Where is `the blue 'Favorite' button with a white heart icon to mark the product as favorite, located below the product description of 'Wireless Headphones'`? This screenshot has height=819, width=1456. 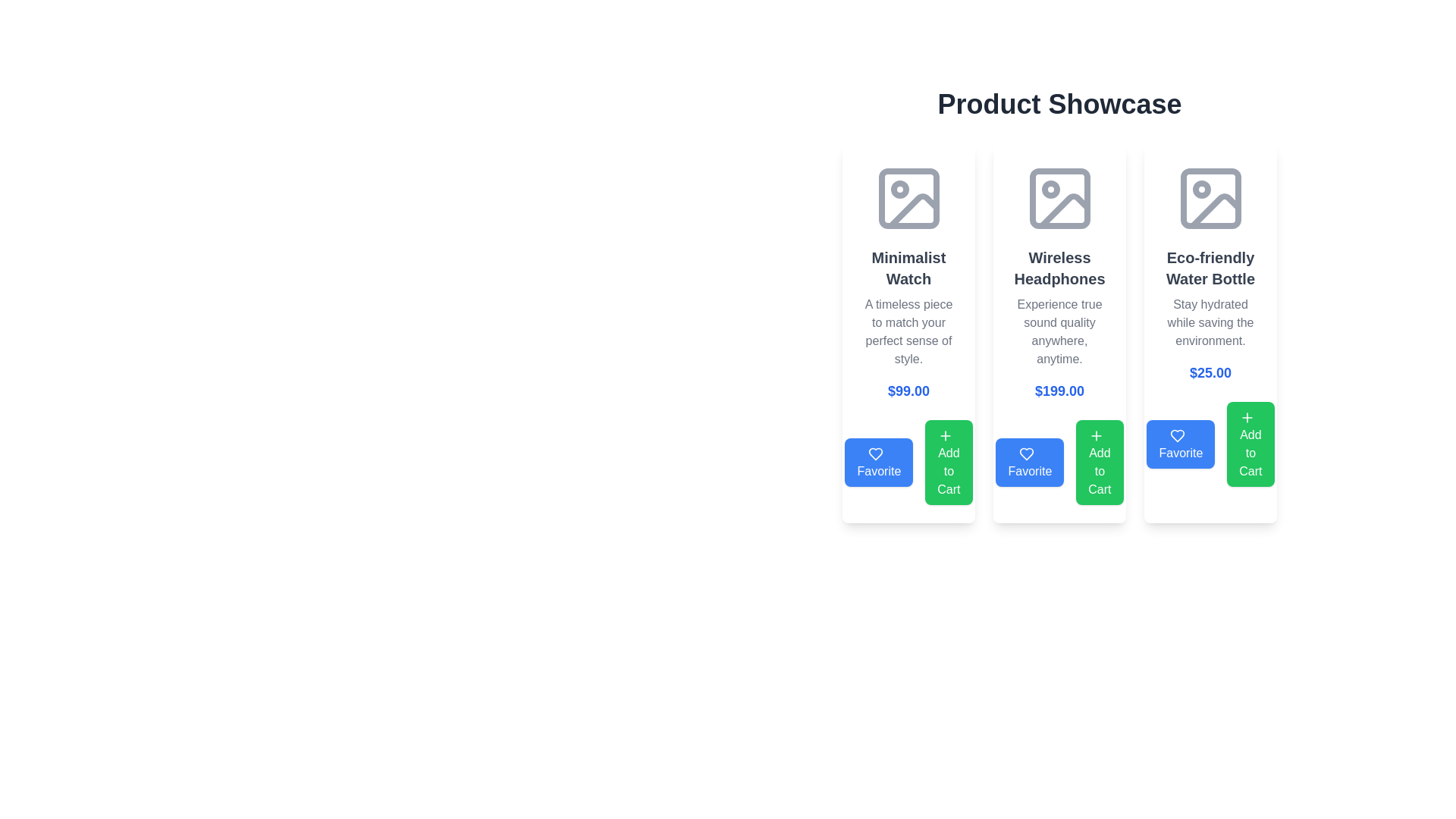 the blue 'Favorite' button with a white heart icon to mark the product as favorite, located below the product description of 'Wireless Headphones' is located at coordinates (1059, 461).